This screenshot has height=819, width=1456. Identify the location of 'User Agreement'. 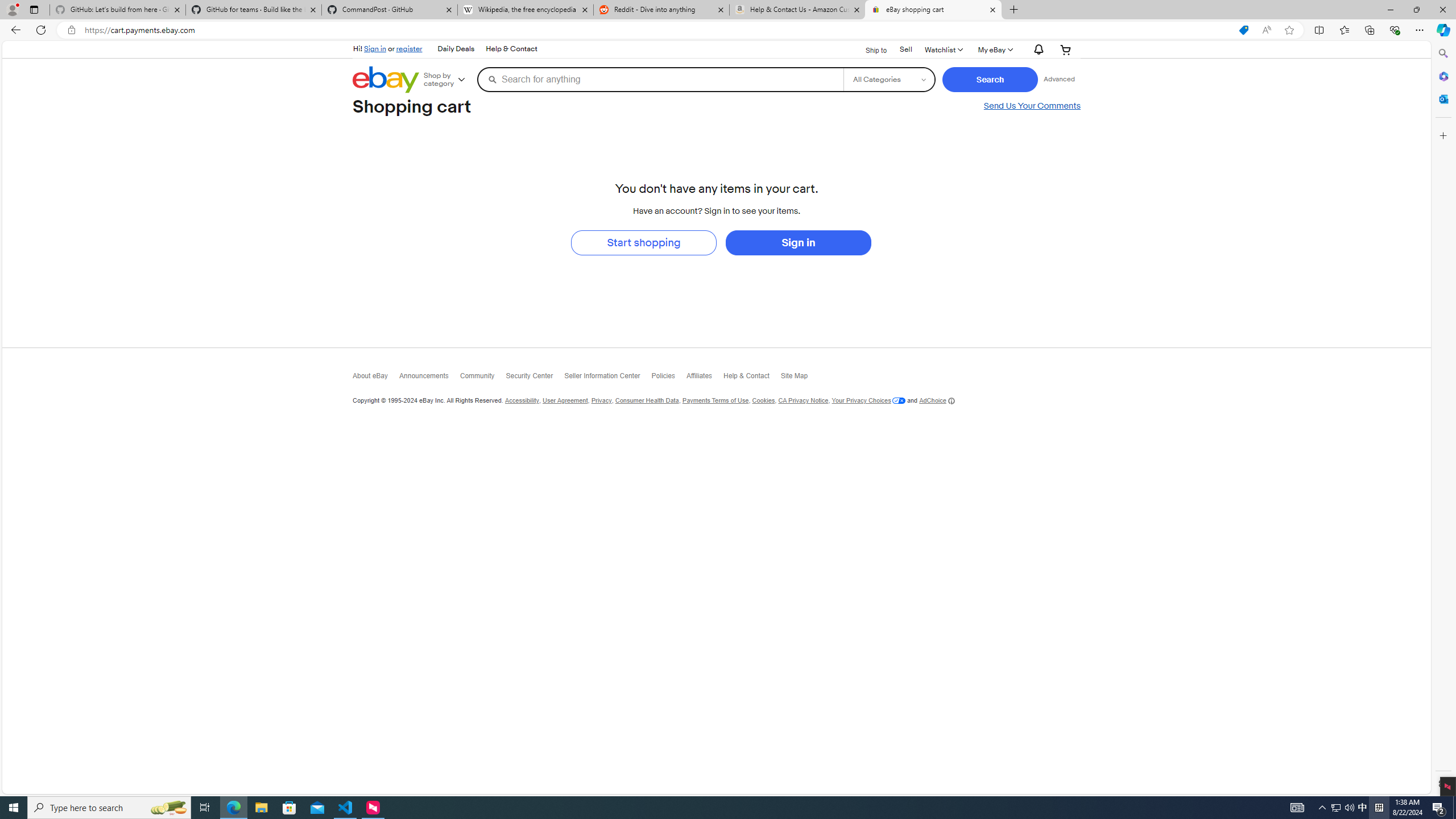
(565, 400).